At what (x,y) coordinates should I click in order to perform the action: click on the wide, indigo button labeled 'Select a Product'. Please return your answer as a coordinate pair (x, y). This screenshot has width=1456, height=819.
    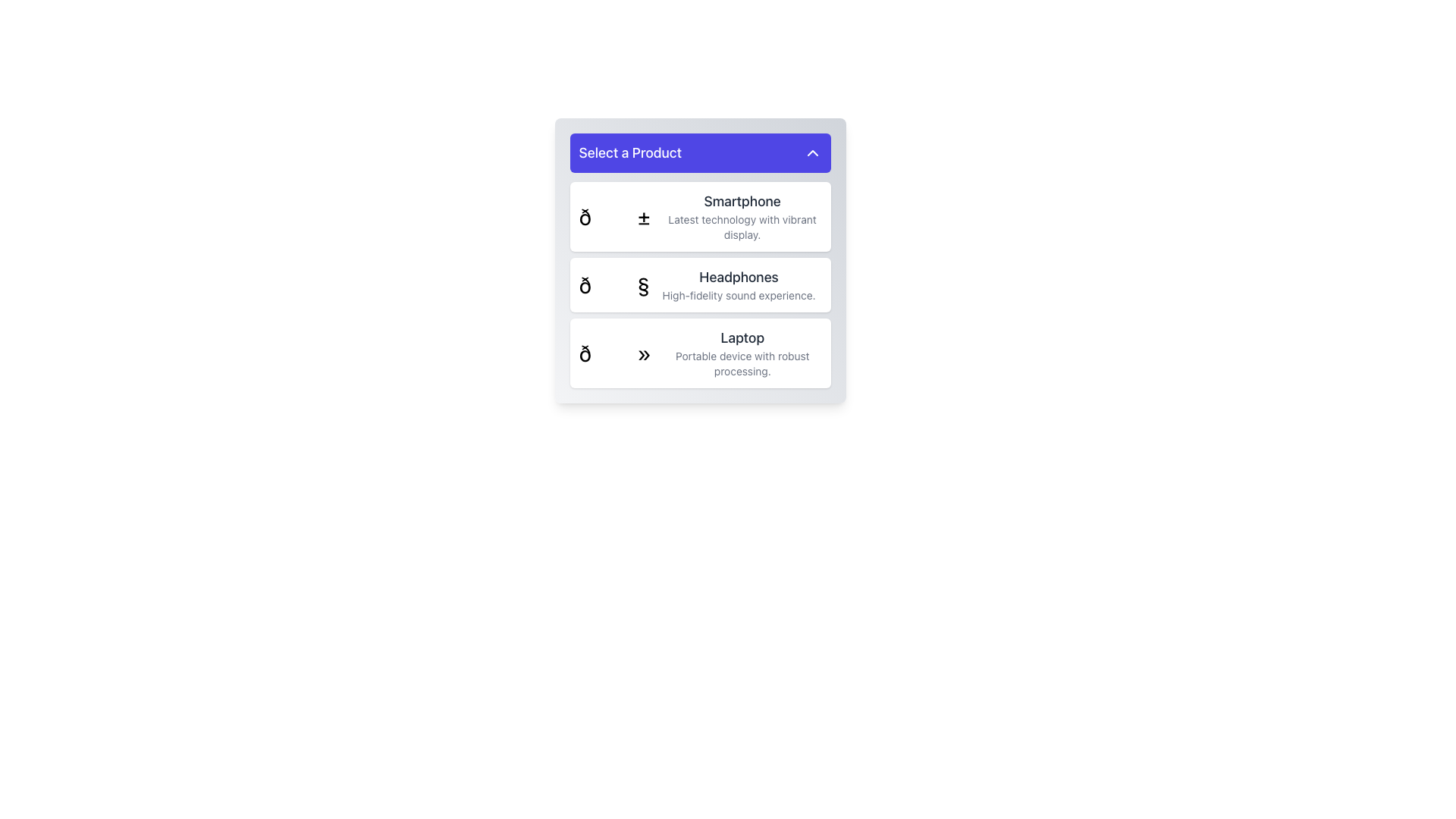
    Looking at the image, I should click on (699, 152).